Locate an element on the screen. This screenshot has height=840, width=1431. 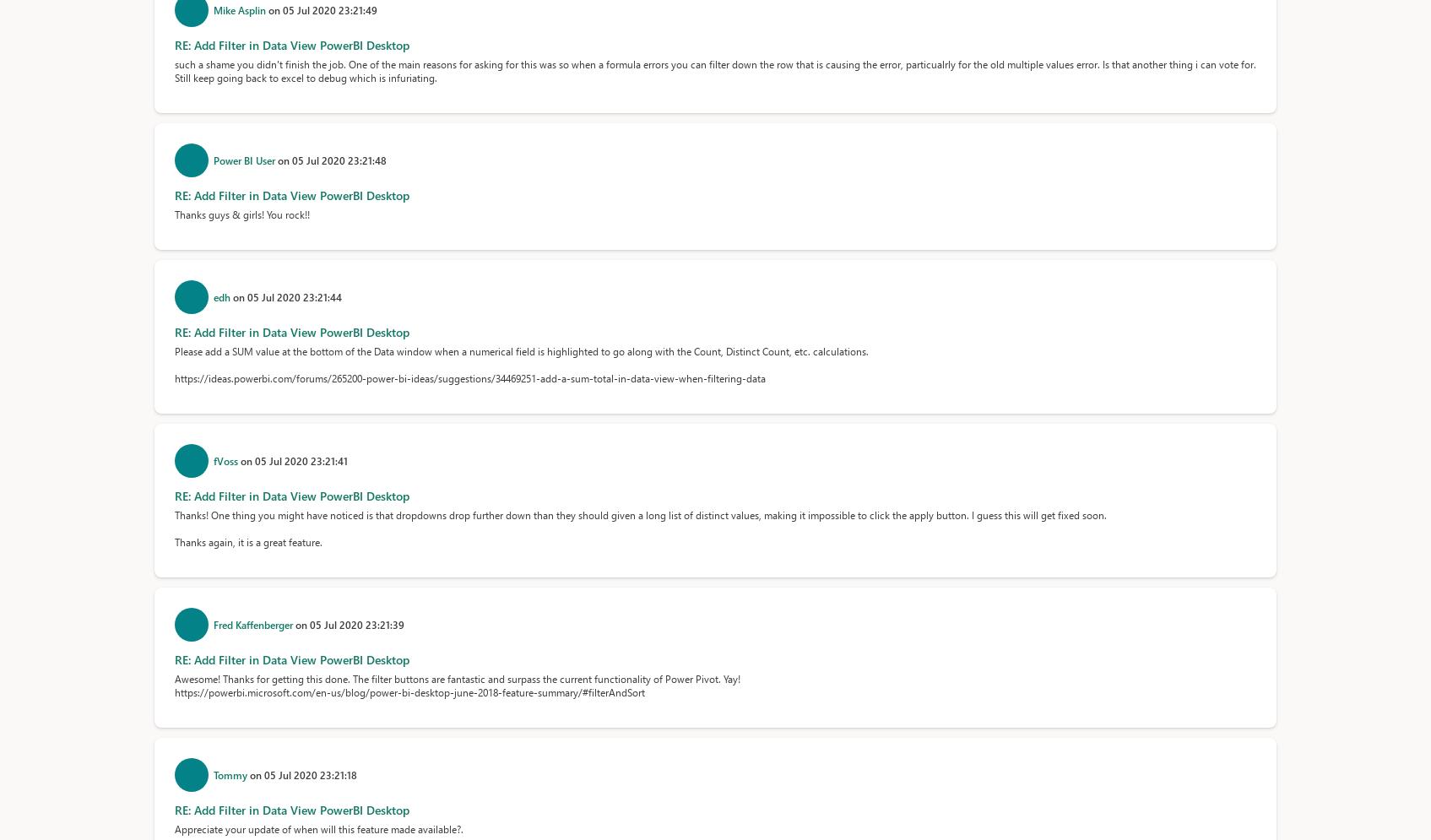
'Awesome! Thanks for getting this done. The filter buttons are fantastic and surpass the current functionality of Power Pivot. Yay!' is located at coordinates (172, 678).